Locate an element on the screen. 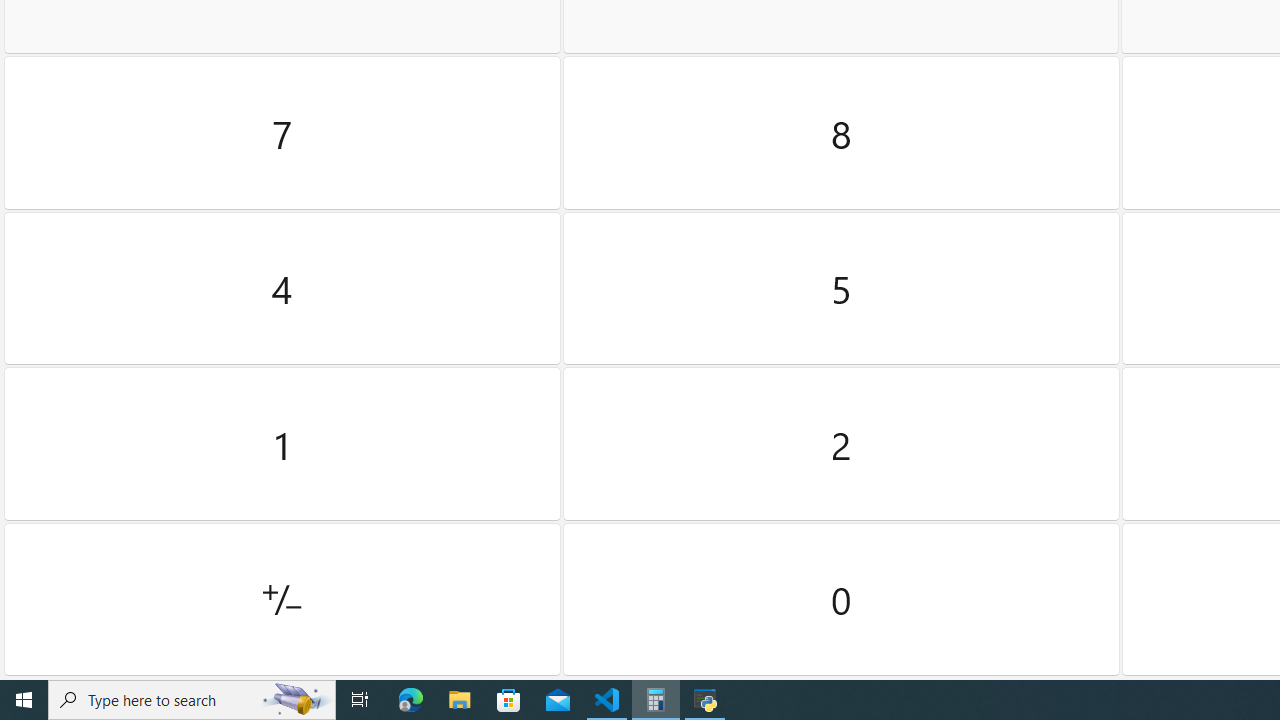 Image resolution: width=1280 pixels, height=720 pixels. 'Seven' is located at coordinates (281, 133).